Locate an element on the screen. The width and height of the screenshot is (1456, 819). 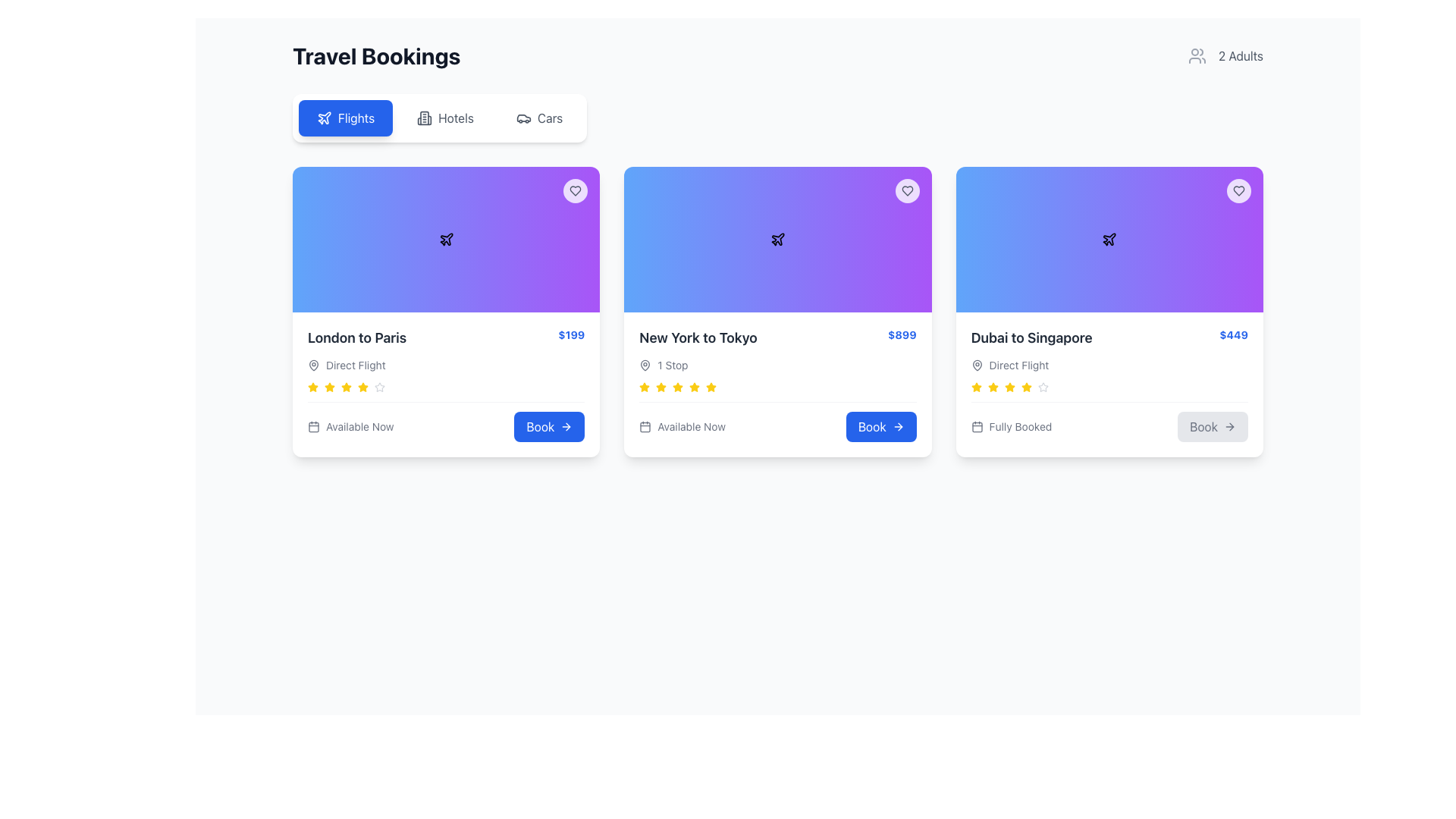
the fourth star icon in the rating section of the card titled 'New York to Tokyo' to rate the content is located at coordinates (694, 386).